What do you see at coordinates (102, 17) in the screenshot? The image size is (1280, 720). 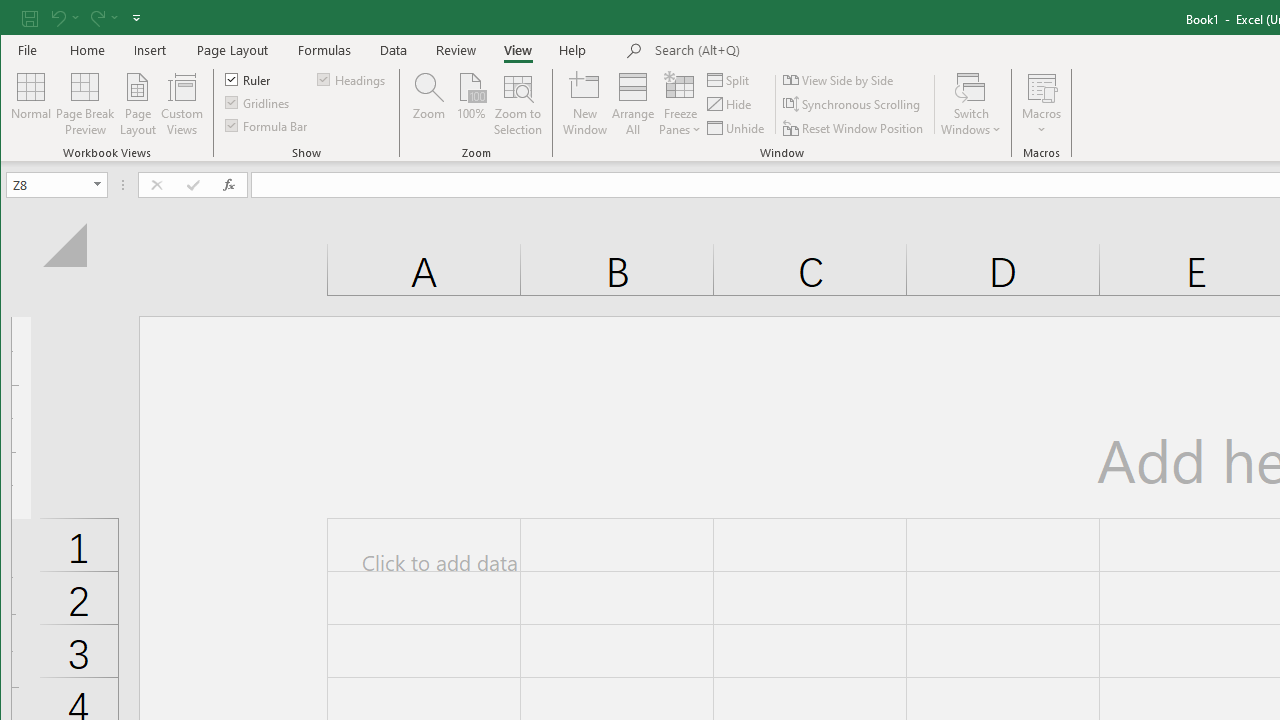 I see `'Redo'` at bounding box center [102, 17].